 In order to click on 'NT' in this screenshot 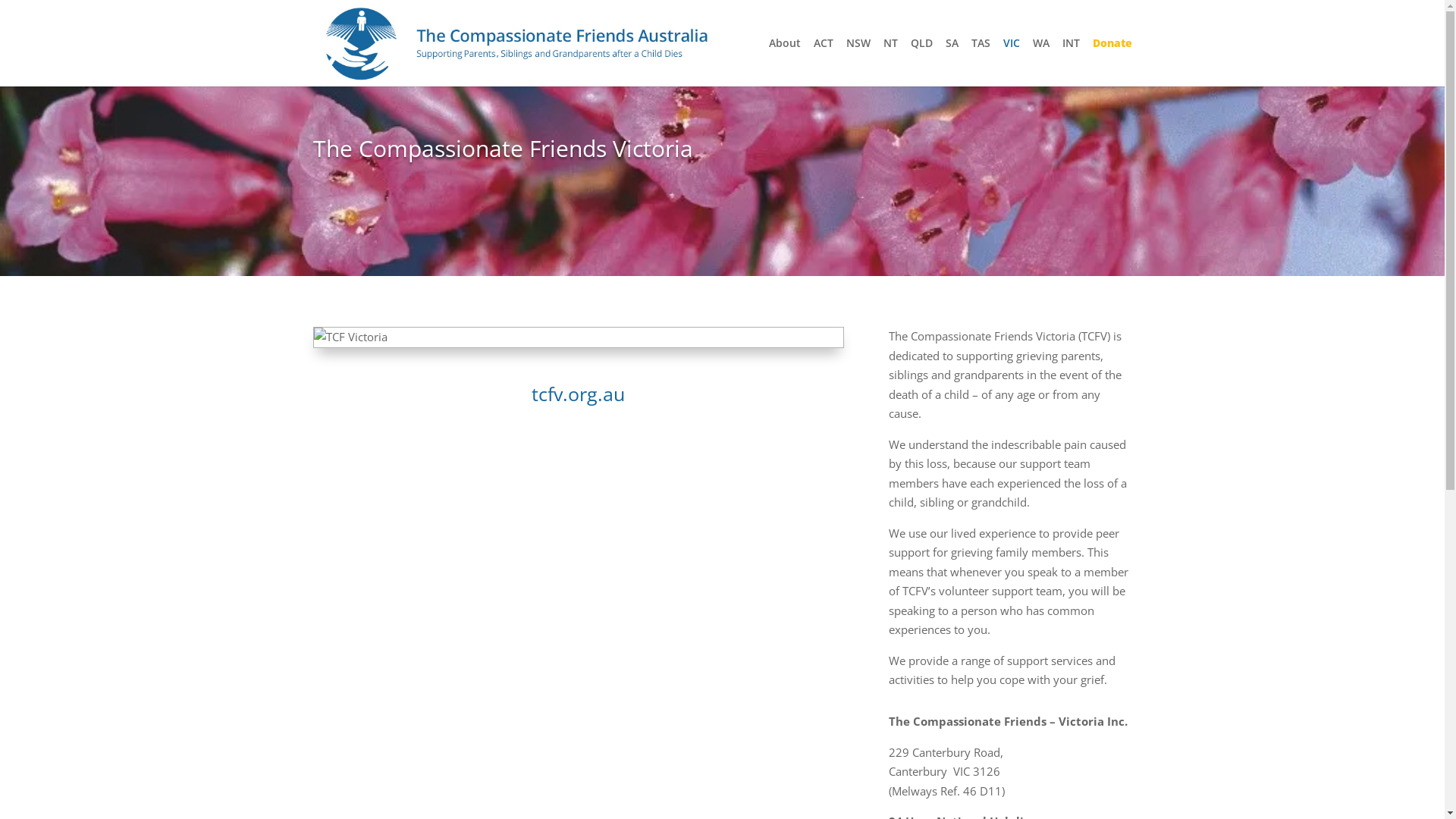, I will do `click(882, 61)`.